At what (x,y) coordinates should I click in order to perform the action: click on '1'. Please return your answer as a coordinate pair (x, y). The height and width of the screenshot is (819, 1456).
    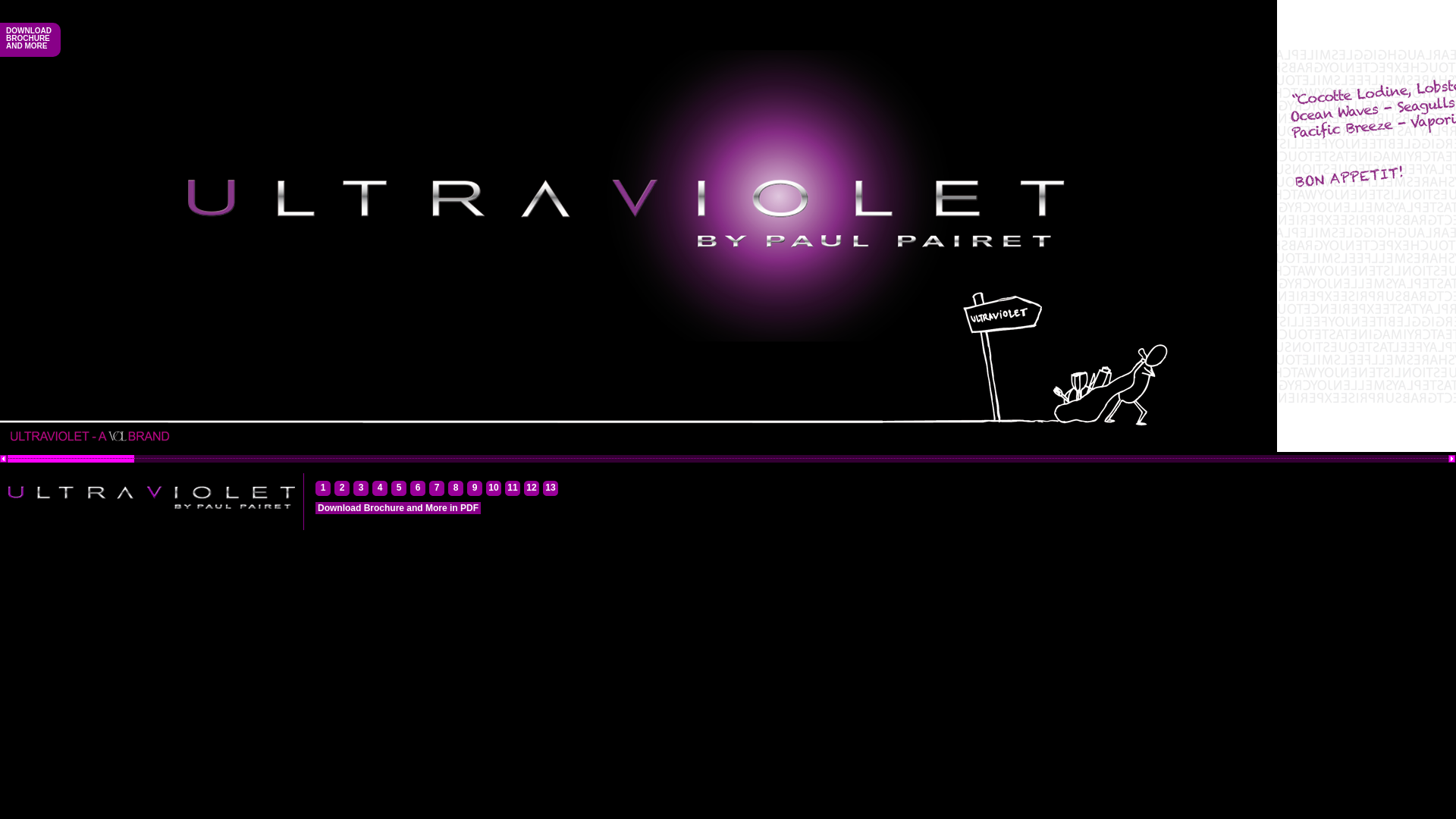
    Looking at the image, I should click on (322, 488).